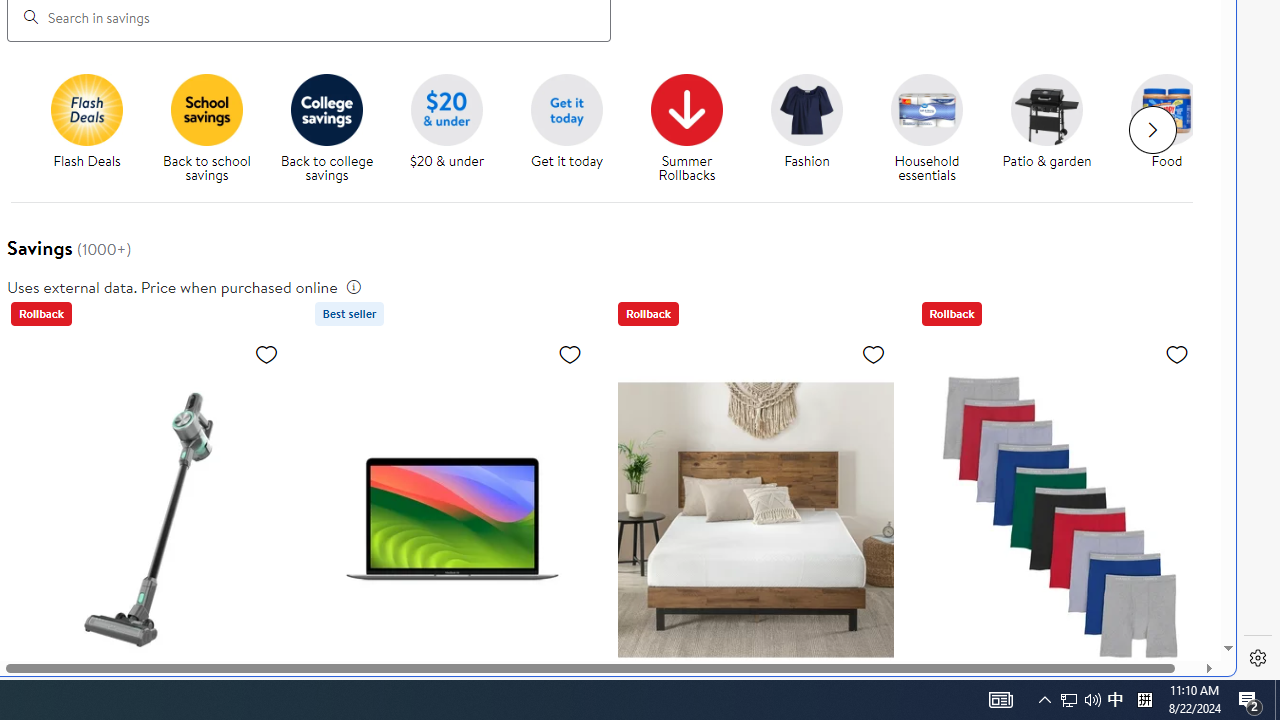 The image size is (1280, 720). Describe the element at coordinates (327, 129) in the screenshot. I see `'Back to College savings Back to college savings'` at that location.